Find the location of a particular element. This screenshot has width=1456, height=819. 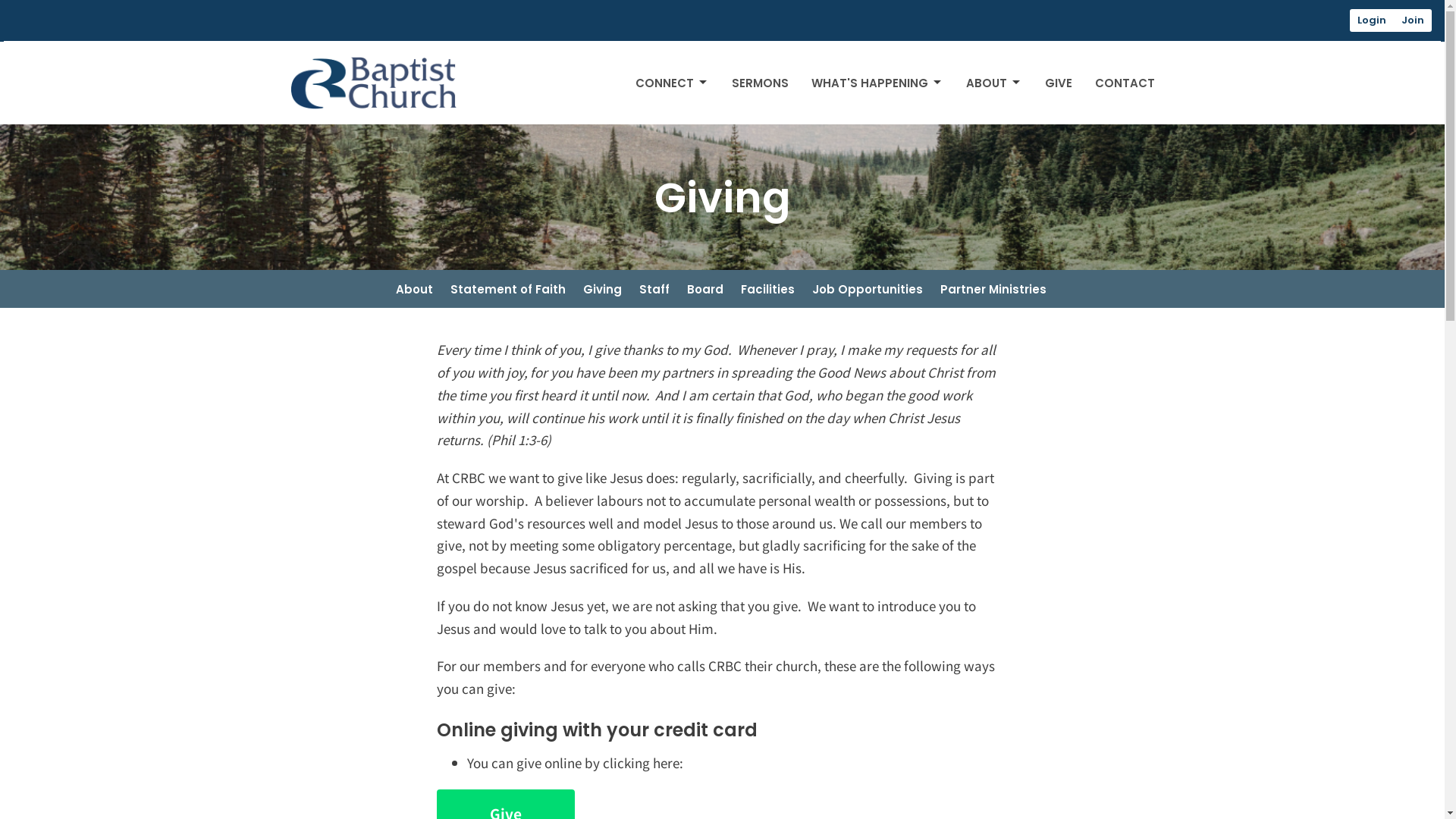

'Statement of Faith' is located at coordinates (508, 289).